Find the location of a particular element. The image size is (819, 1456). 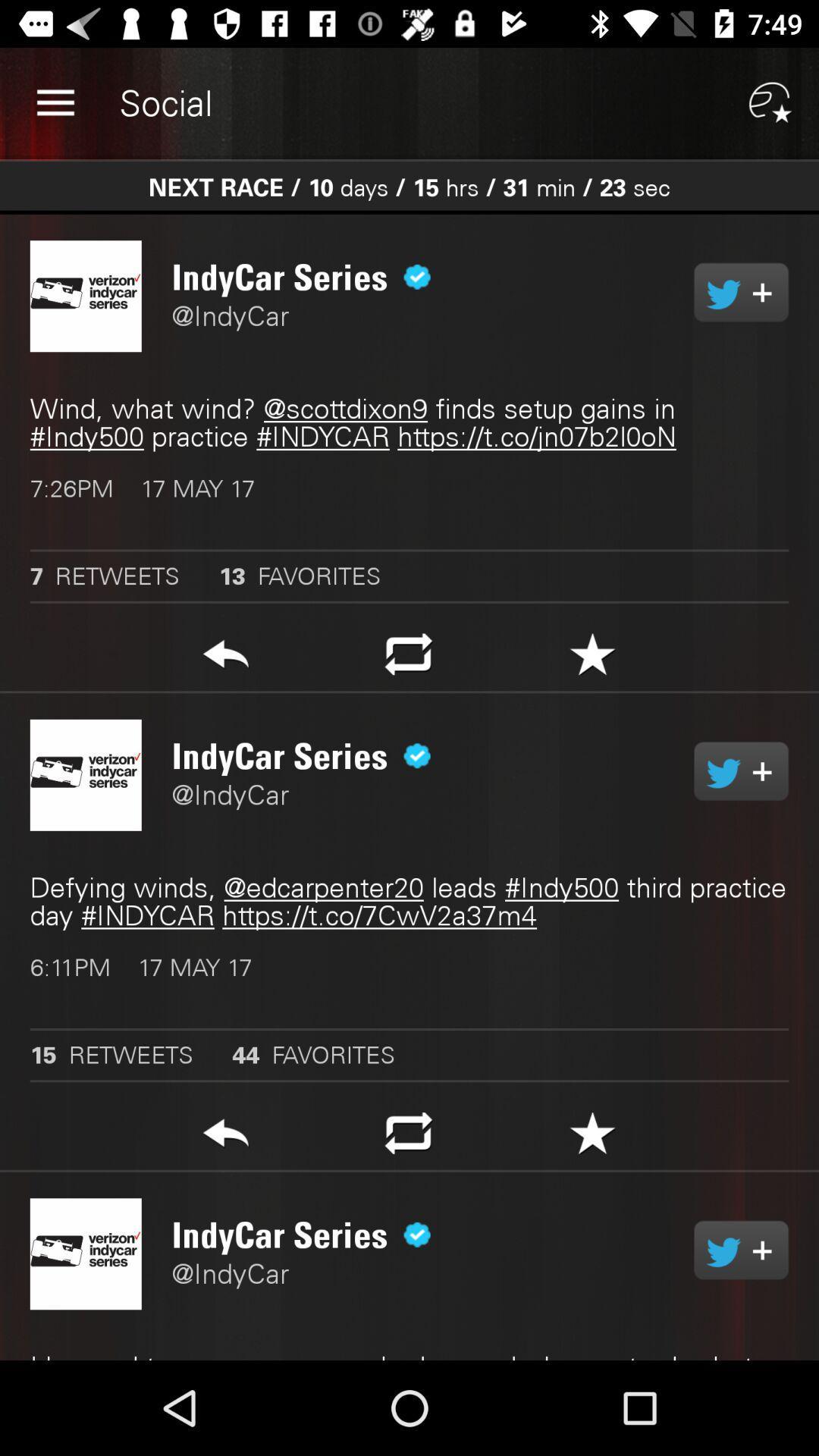

post is located at coordinates (591, 658).